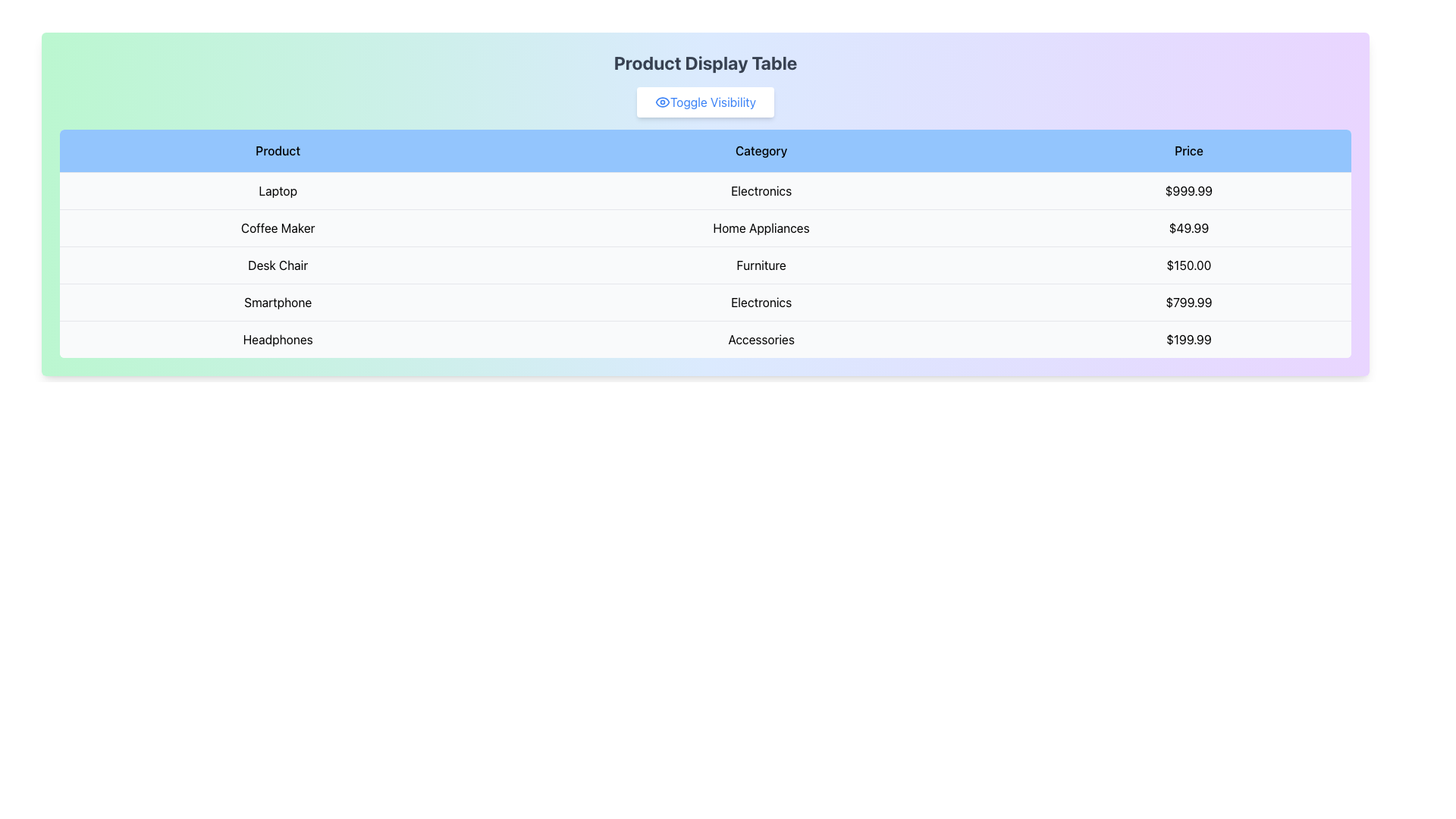 This screenshot has height=819, width=1456. What do you see at coordinates (1188, 338) in the screenshot?
I see `the static text displaying the price of 'Headphones' located in the rightmost cell of the product details table` at bounding box center [1188, 338].